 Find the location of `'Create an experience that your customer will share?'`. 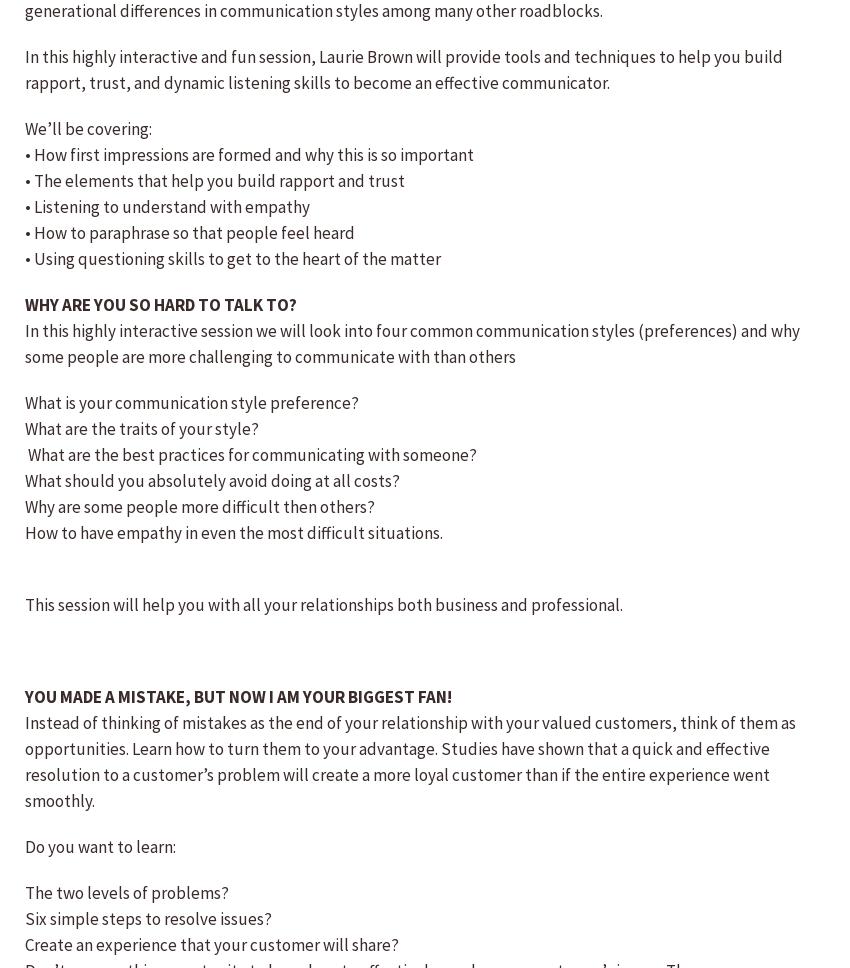

'Create an experience that your customer will share?' is located at coordinates (210, 943).